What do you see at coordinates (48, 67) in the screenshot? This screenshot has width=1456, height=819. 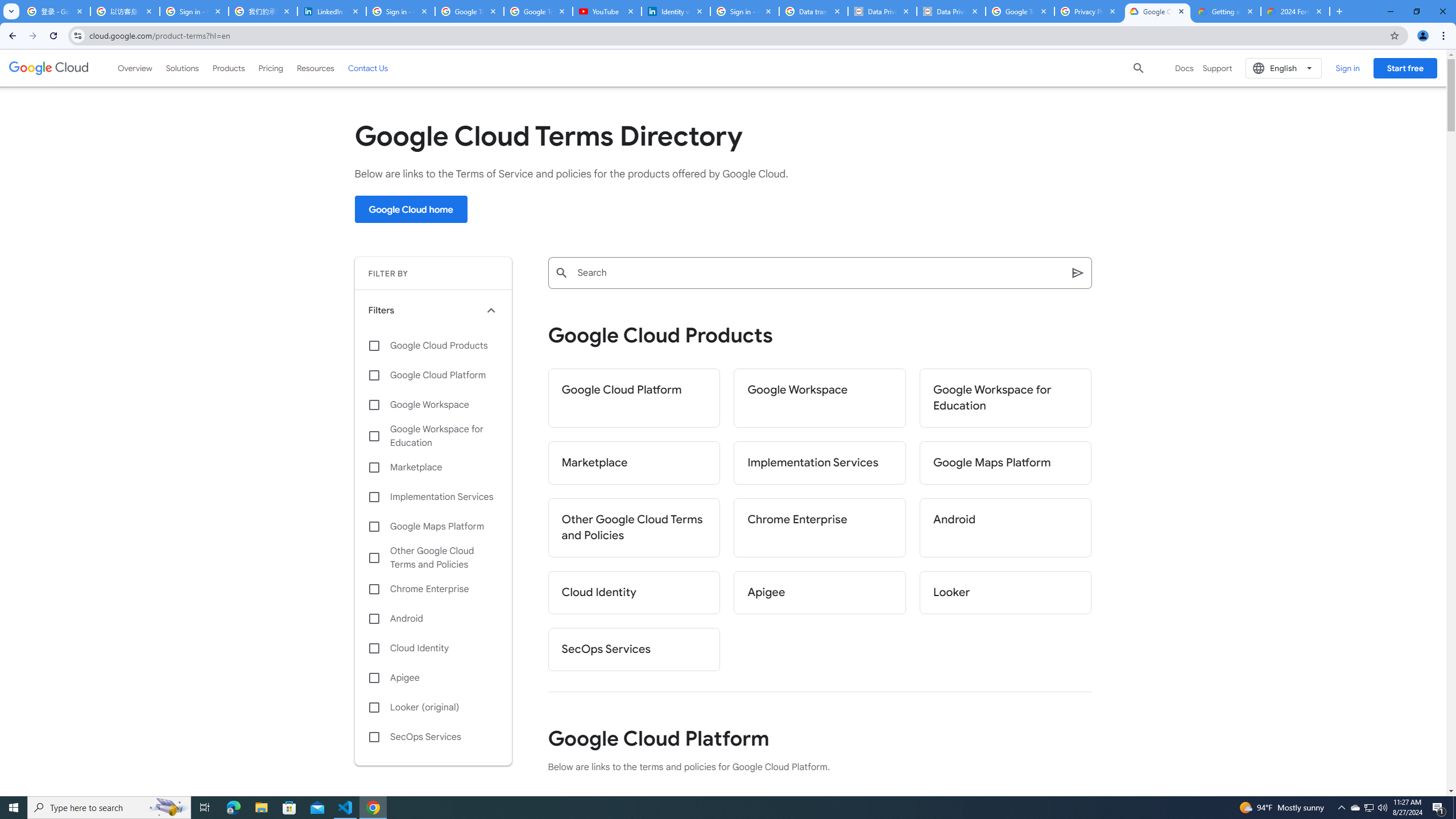 I see `'Google Cloud'` at bounding box center [48, 67].